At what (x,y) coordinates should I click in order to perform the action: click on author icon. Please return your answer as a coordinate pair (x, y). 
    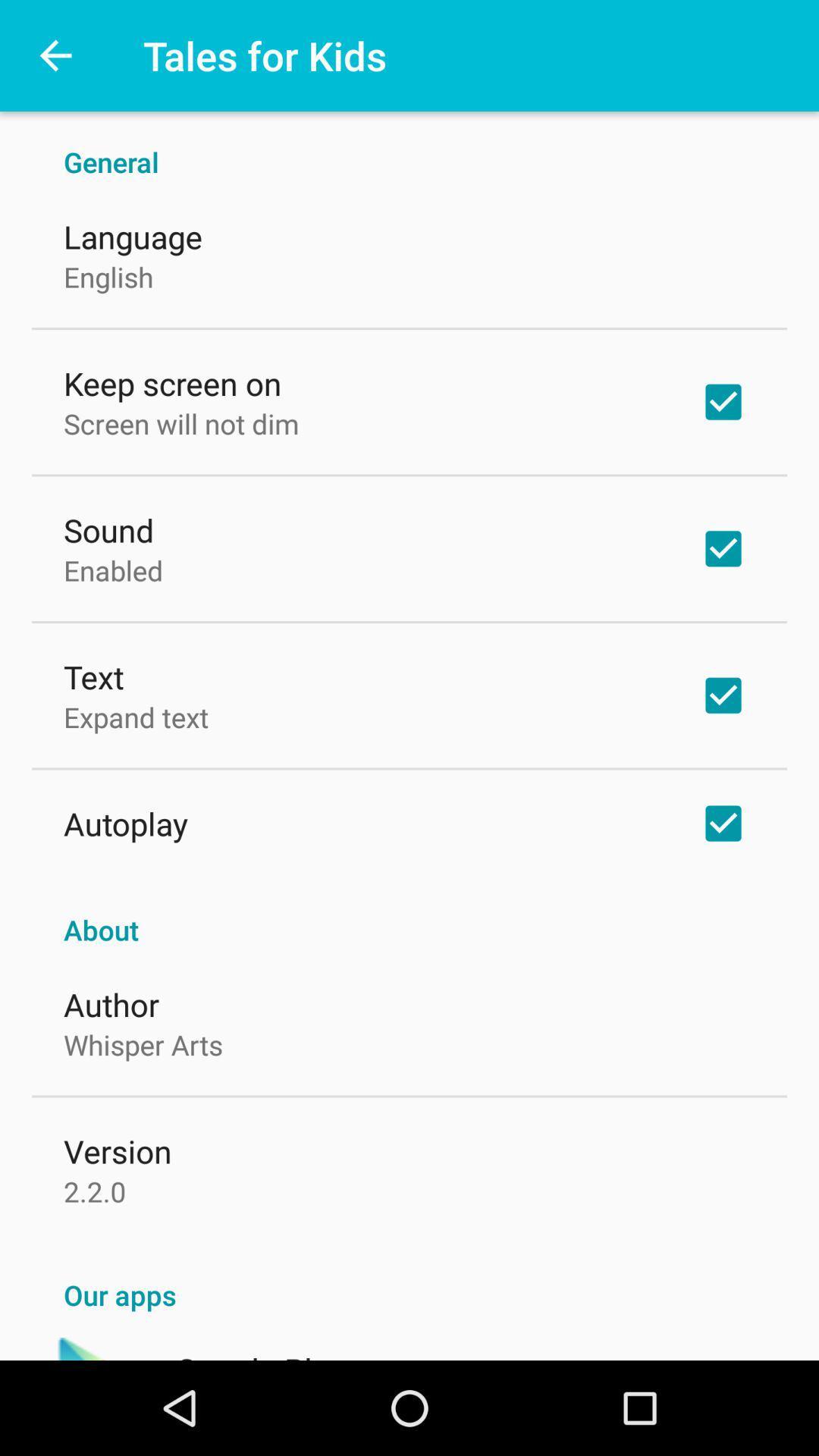
    Looking at the image, I should click on (110, 1004).